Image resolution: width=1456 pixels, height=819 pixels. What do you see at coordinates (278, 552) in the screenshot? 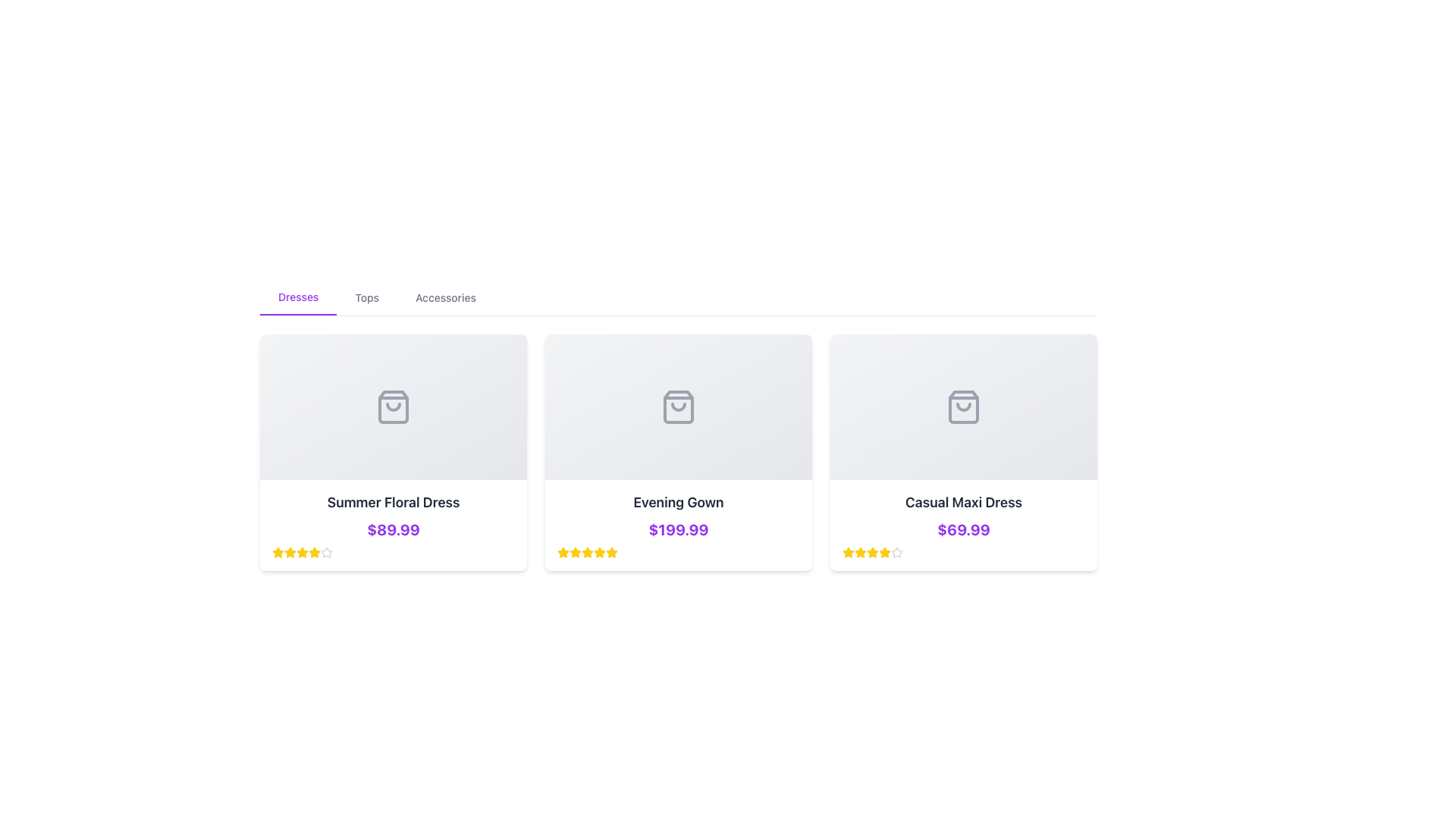
I see `the fourth star icon in the rating system below the 'Summer Floral Dress' text to adjust the product rating` at bounding box center [278, 552].